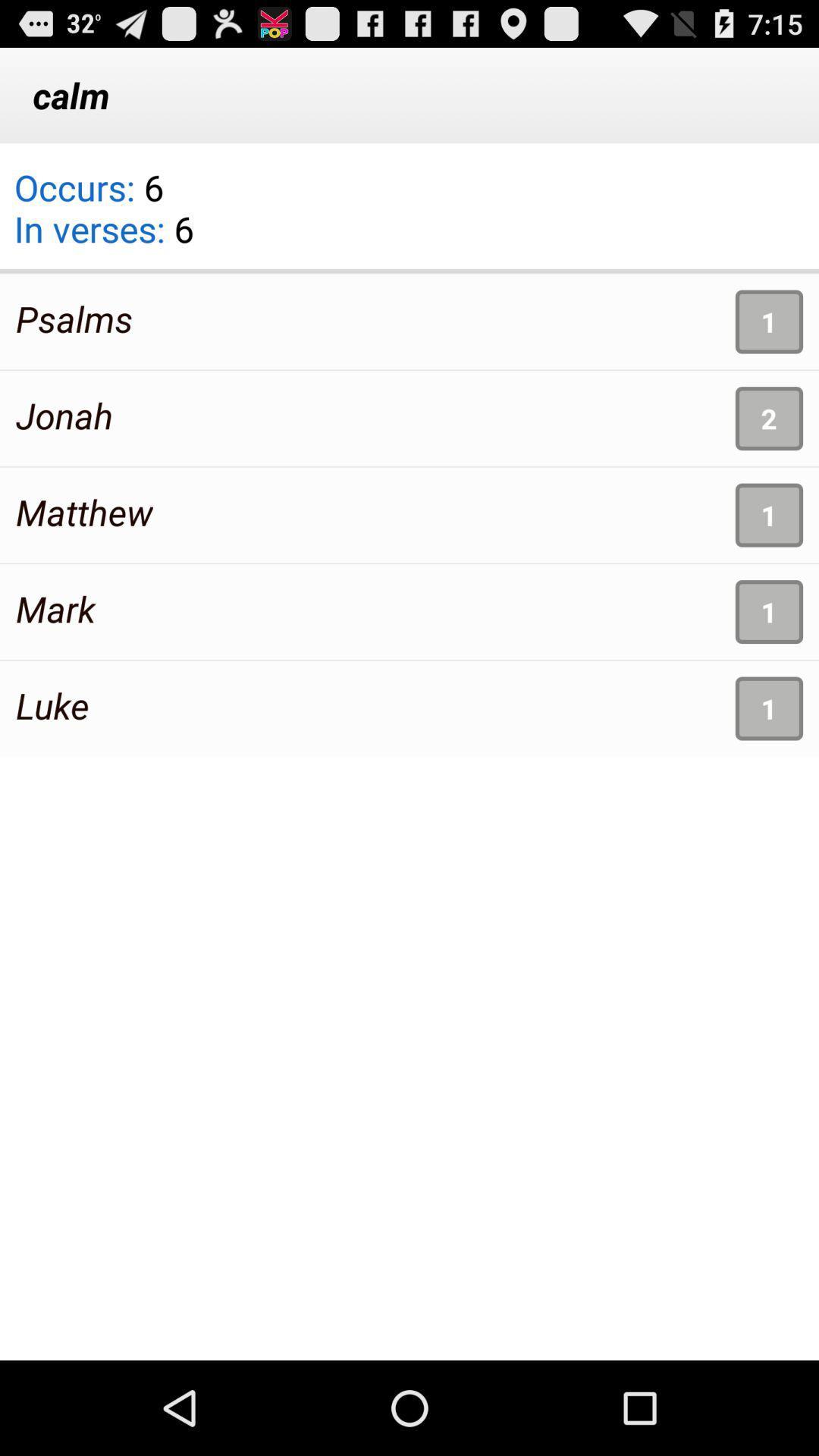  I want to click on icon next to the 1 icon, so click(84, 512).